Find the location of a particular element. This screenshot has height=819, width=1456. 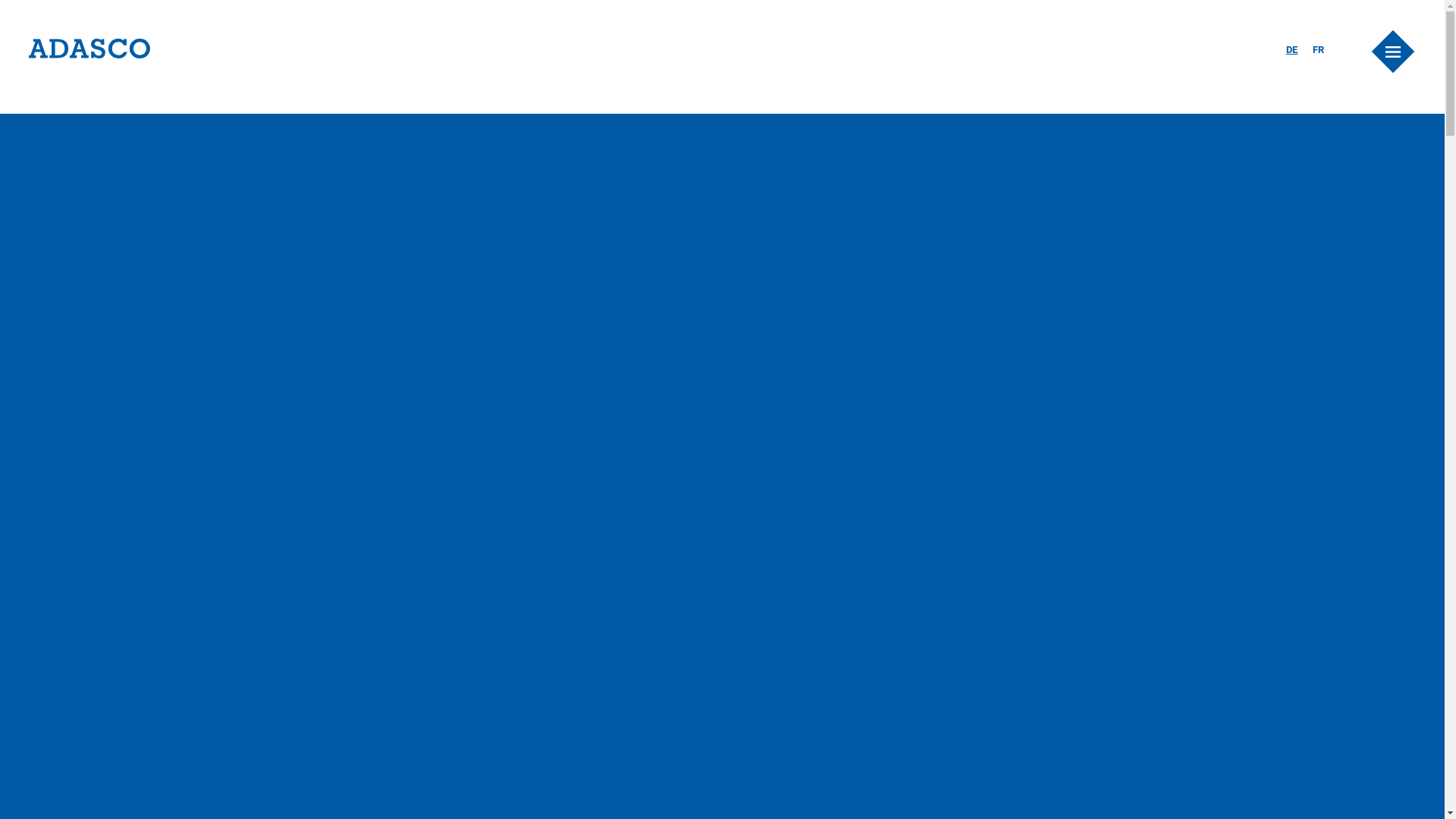

'DE' is located at coordinates (1291, 49).